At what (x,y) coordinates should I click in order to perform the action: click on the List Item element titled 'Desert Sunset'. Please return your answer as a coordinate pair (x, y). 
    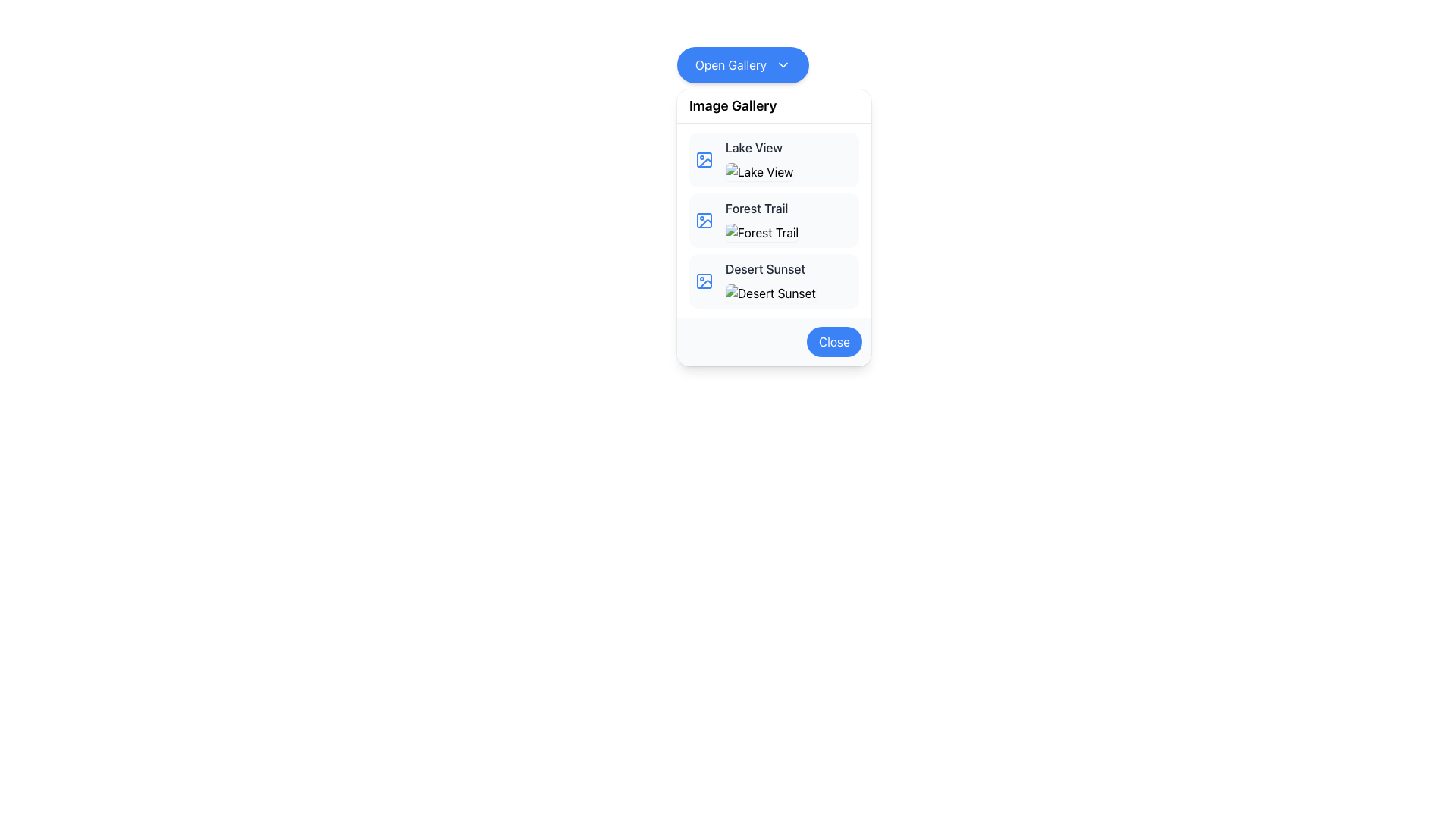
    Looking at the image, I should click on (773, 281).